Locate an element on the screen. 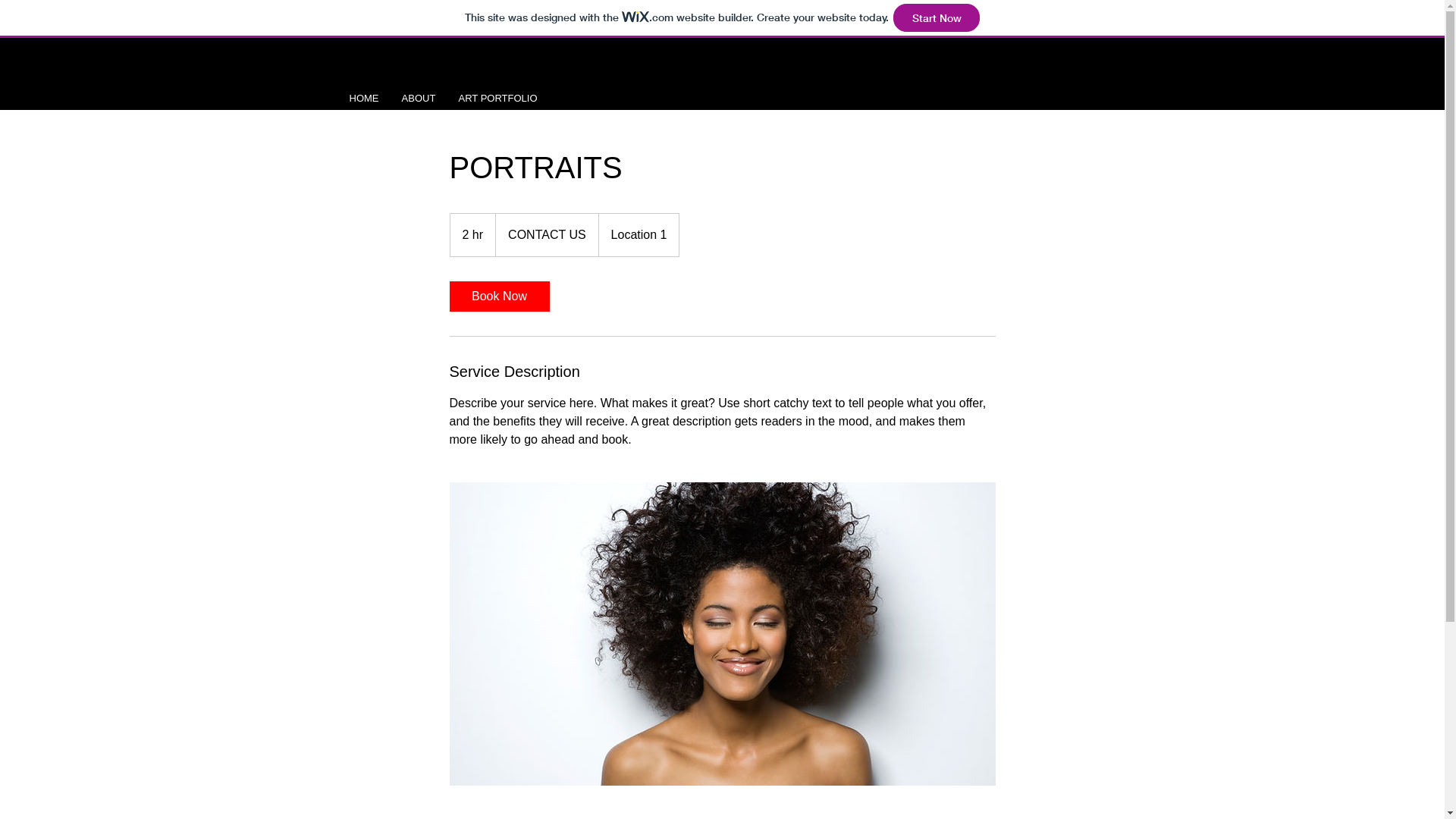  'ART PORTFOLIO' is located at coordinates (498, 99).